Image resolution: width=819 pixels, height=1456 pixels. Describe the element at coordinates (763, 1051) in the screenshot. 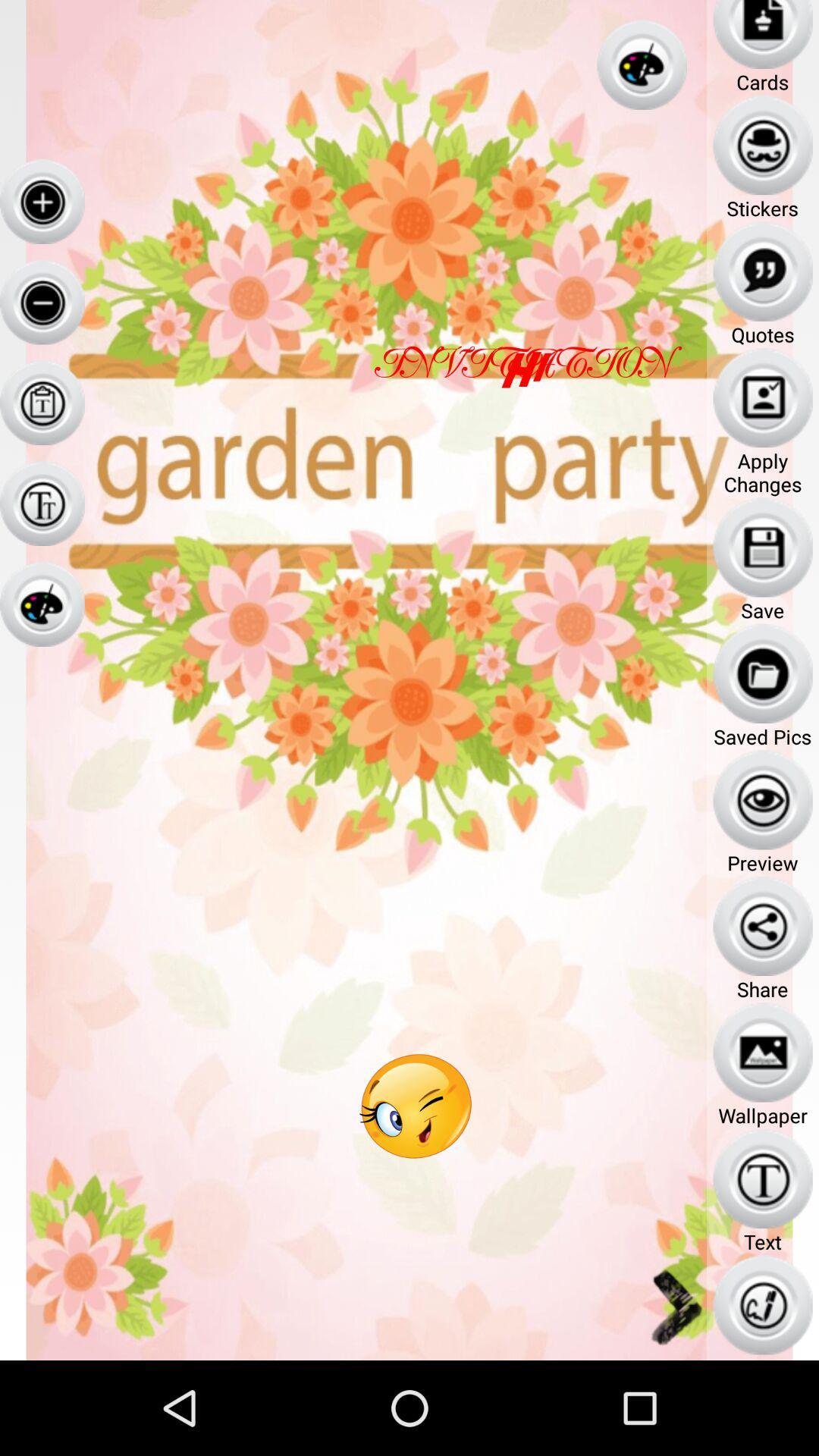

I see `the icon which above the text wallpaper` at that location.